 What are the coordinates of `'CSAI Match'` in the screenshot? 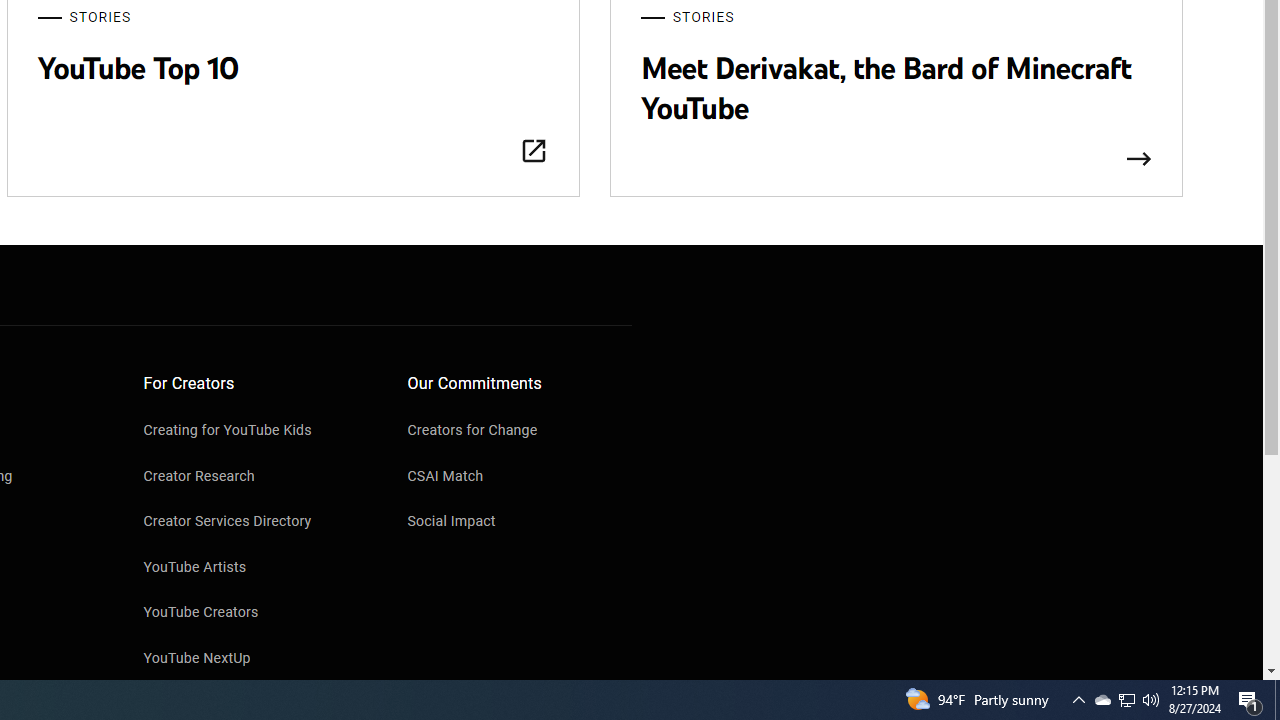 It's located at (519, 478).